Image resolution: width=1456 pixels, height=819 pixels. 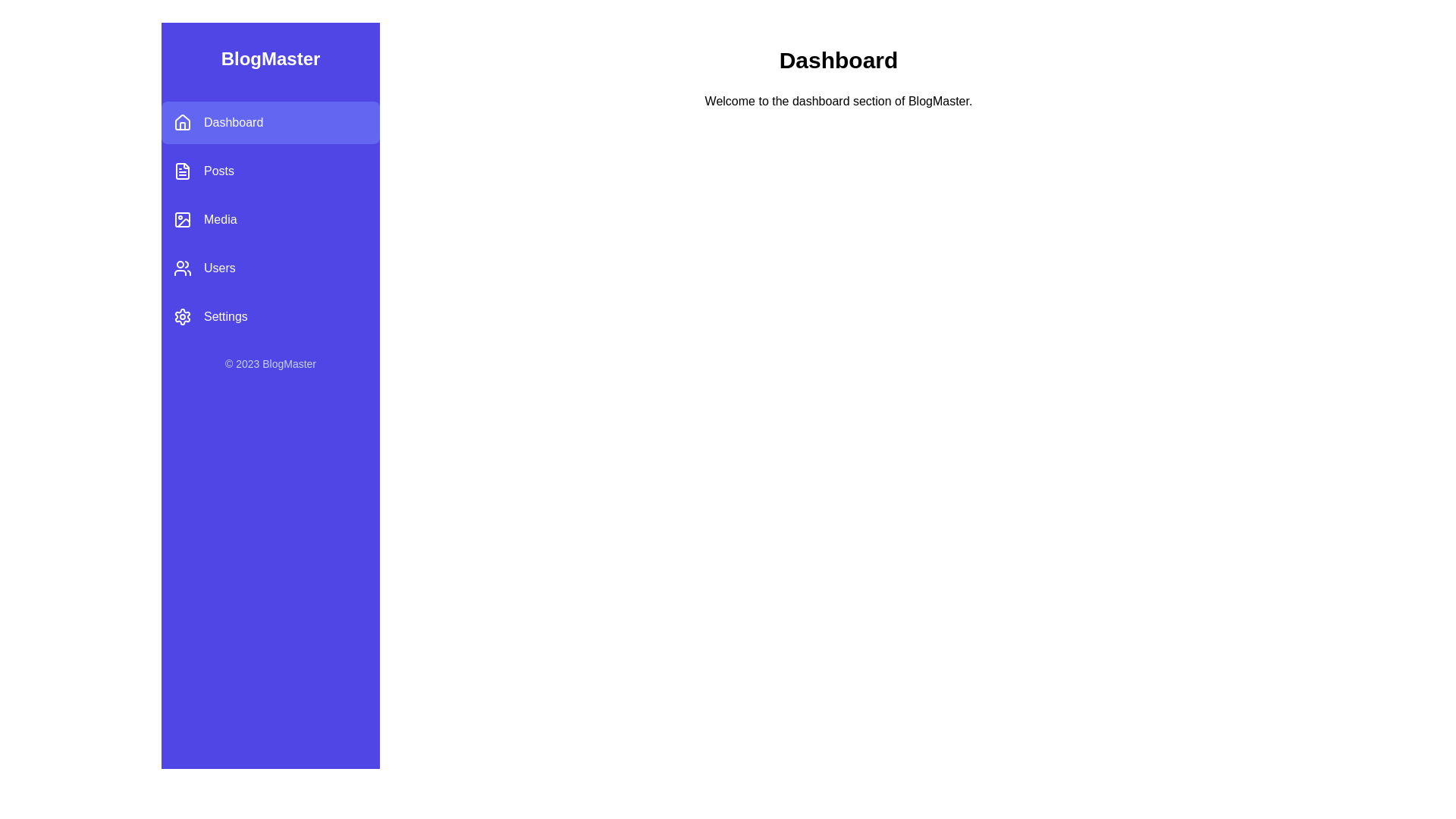 What do you see at coordinates (182, 121) in the screenshot?
I see `the Dashboard icon located in the sidebar menu, which visually signifies the Dashboard section of the application` at bounding box center [182, 121].